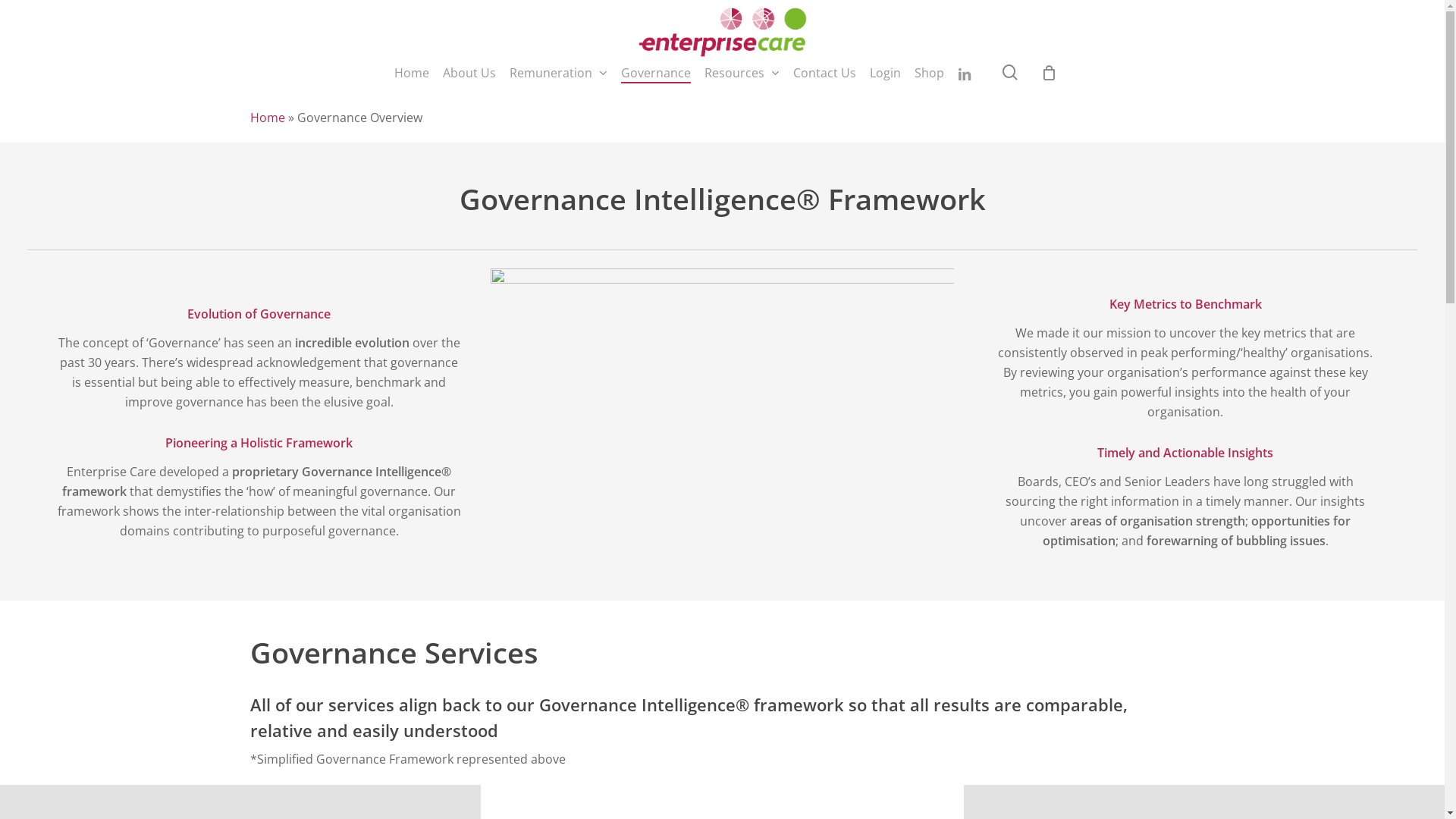 The width and height of the screenshot is (1456, 819). I want to click on 'Shop', so click(928, 73).